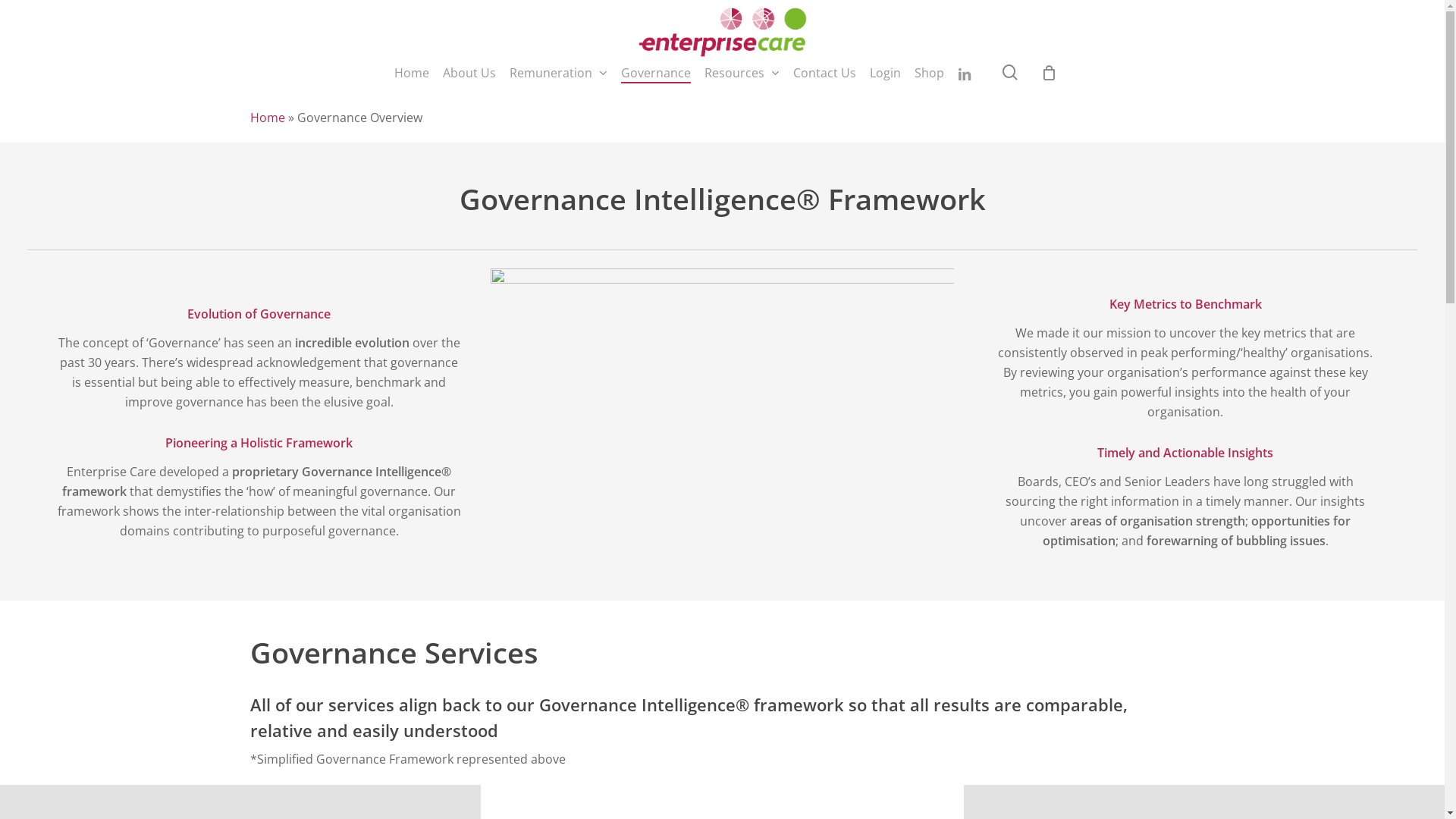 The width and height of the screenshot is (1456, 819). I want to click on 'Shop', so click(928, 73).